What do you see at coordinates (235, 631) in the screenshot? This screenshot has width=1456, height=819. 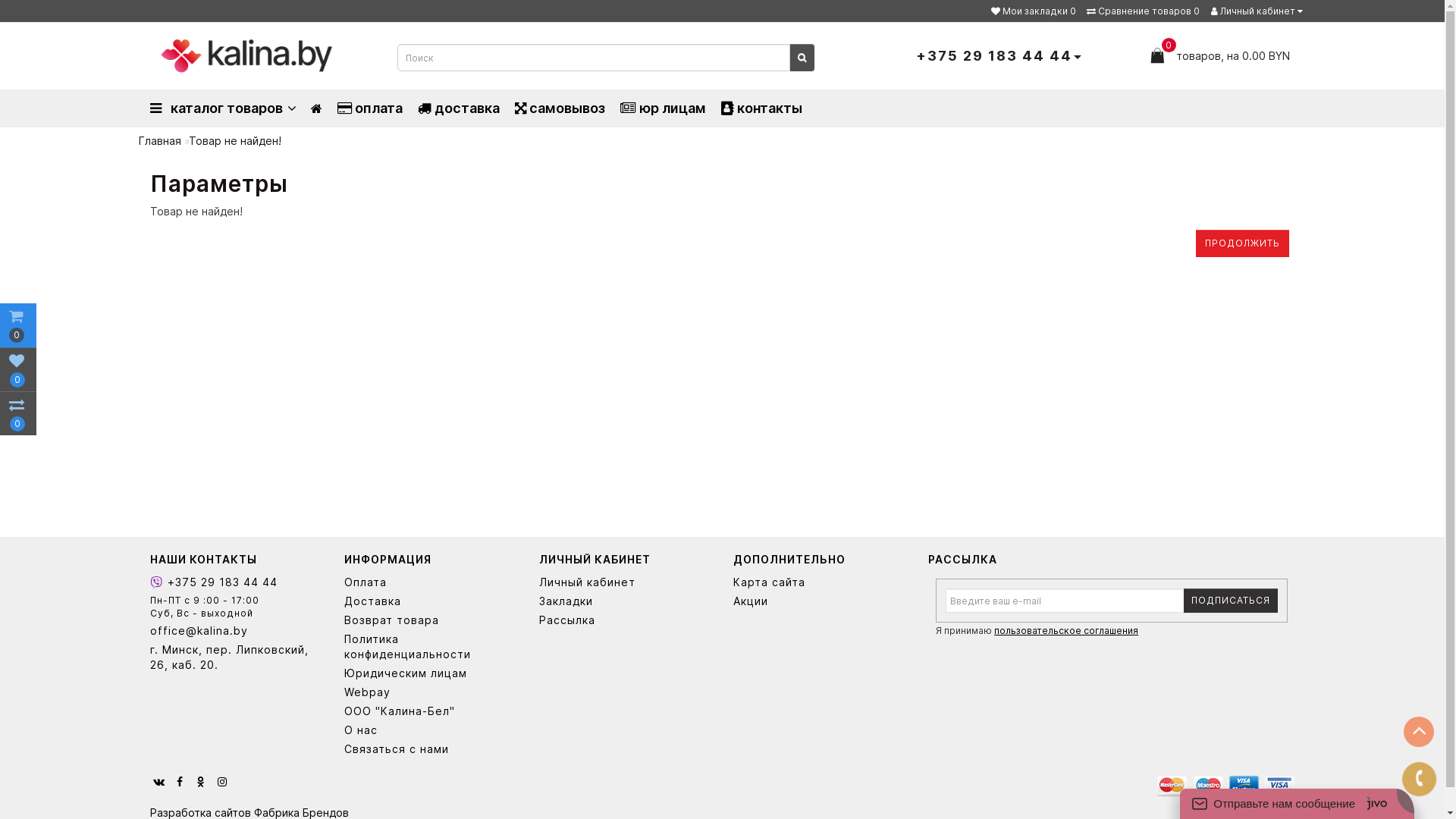 I see `'office@kalina.by'` at bounding box center [235, 631].